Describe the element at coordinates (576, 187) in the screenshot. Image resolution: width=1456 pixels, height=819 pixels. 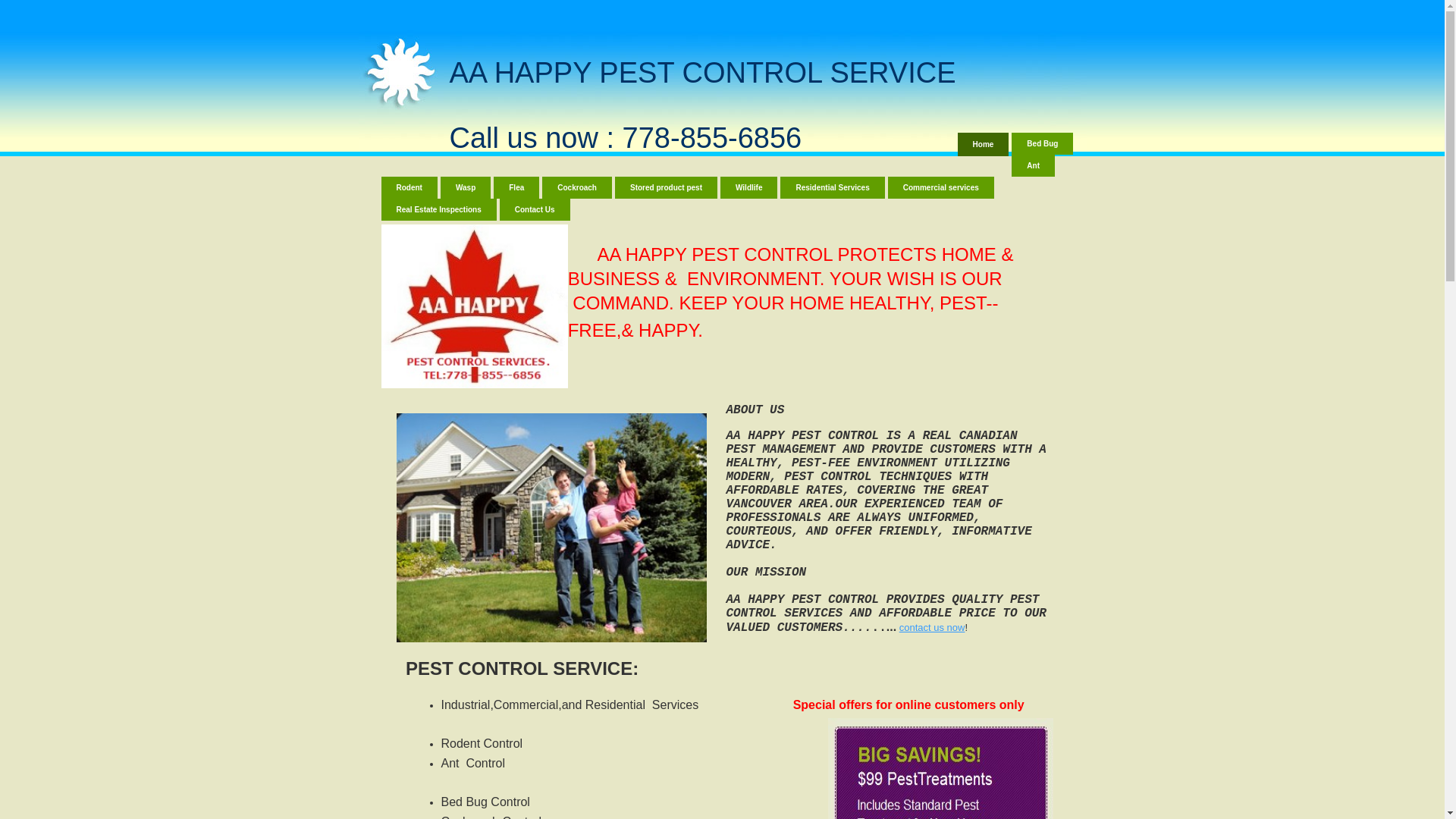
I see `'Cockroach'` at that location.